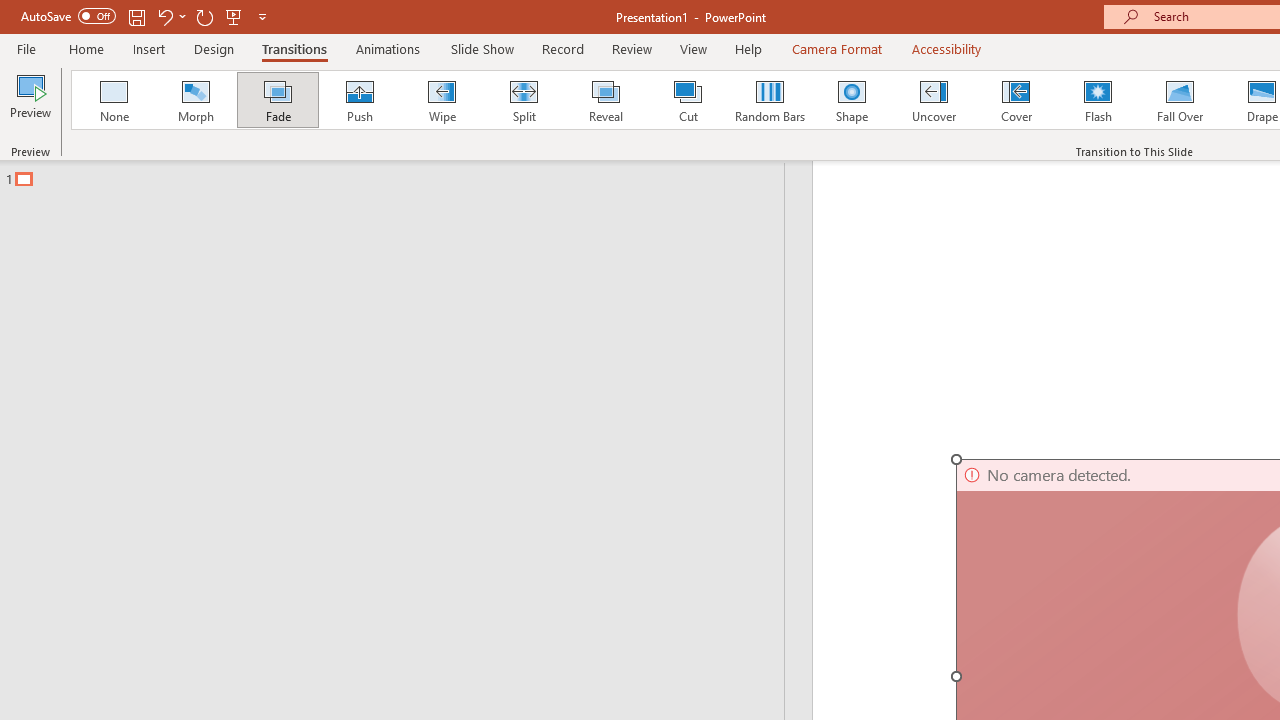 The height and width of the screenshot is (720, 1280). What do you see at coordinates (1180, 100) in the screenshot?
I see `'Fall Over'` at bounding box center [1180, 100].